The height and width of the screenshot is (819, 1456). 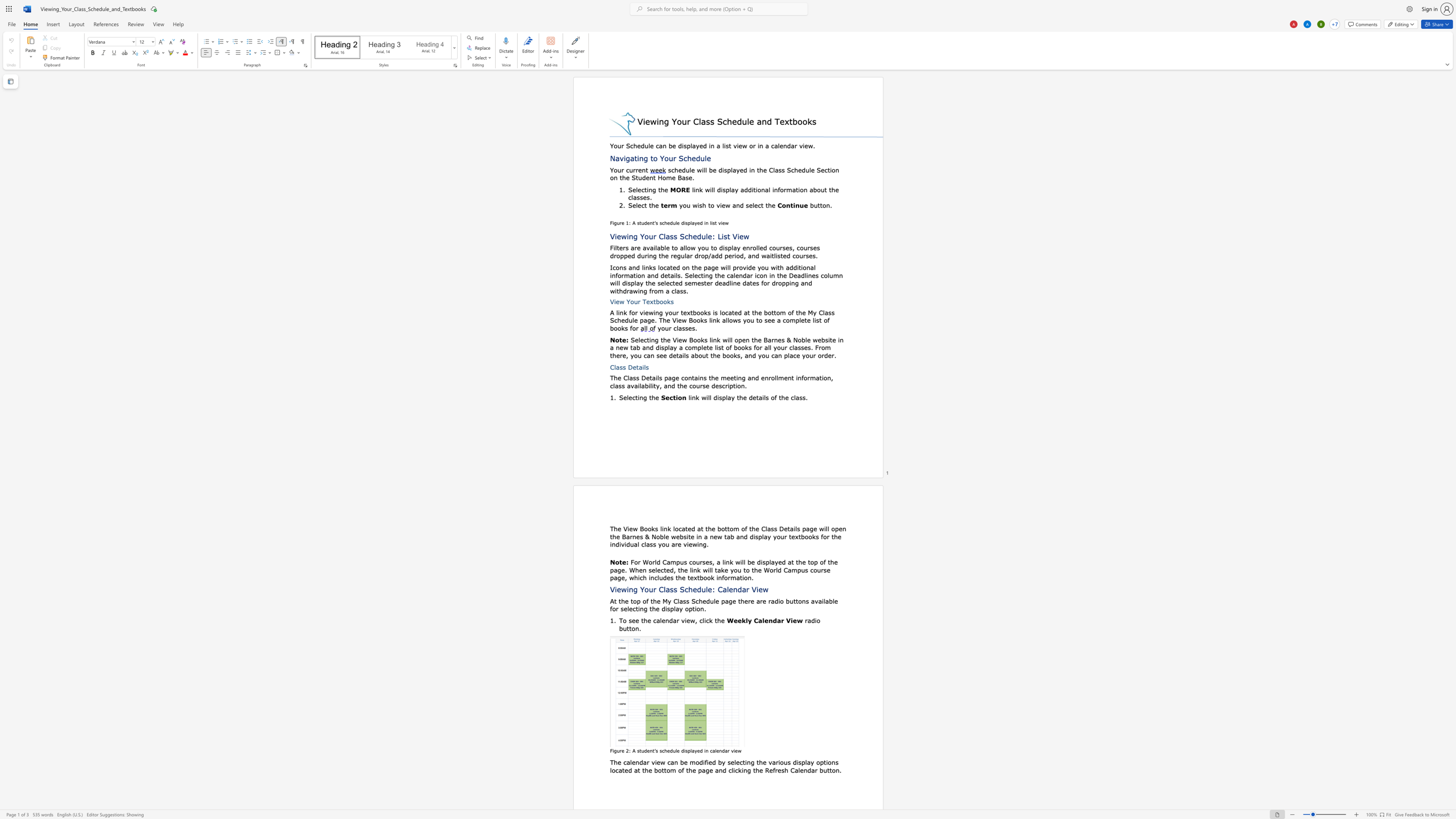 What do you see at coordinates (686, 600) in the screenshot?
I see `the space between the continuous character "s" and "s" in the text` at bounding box center [686, 600].